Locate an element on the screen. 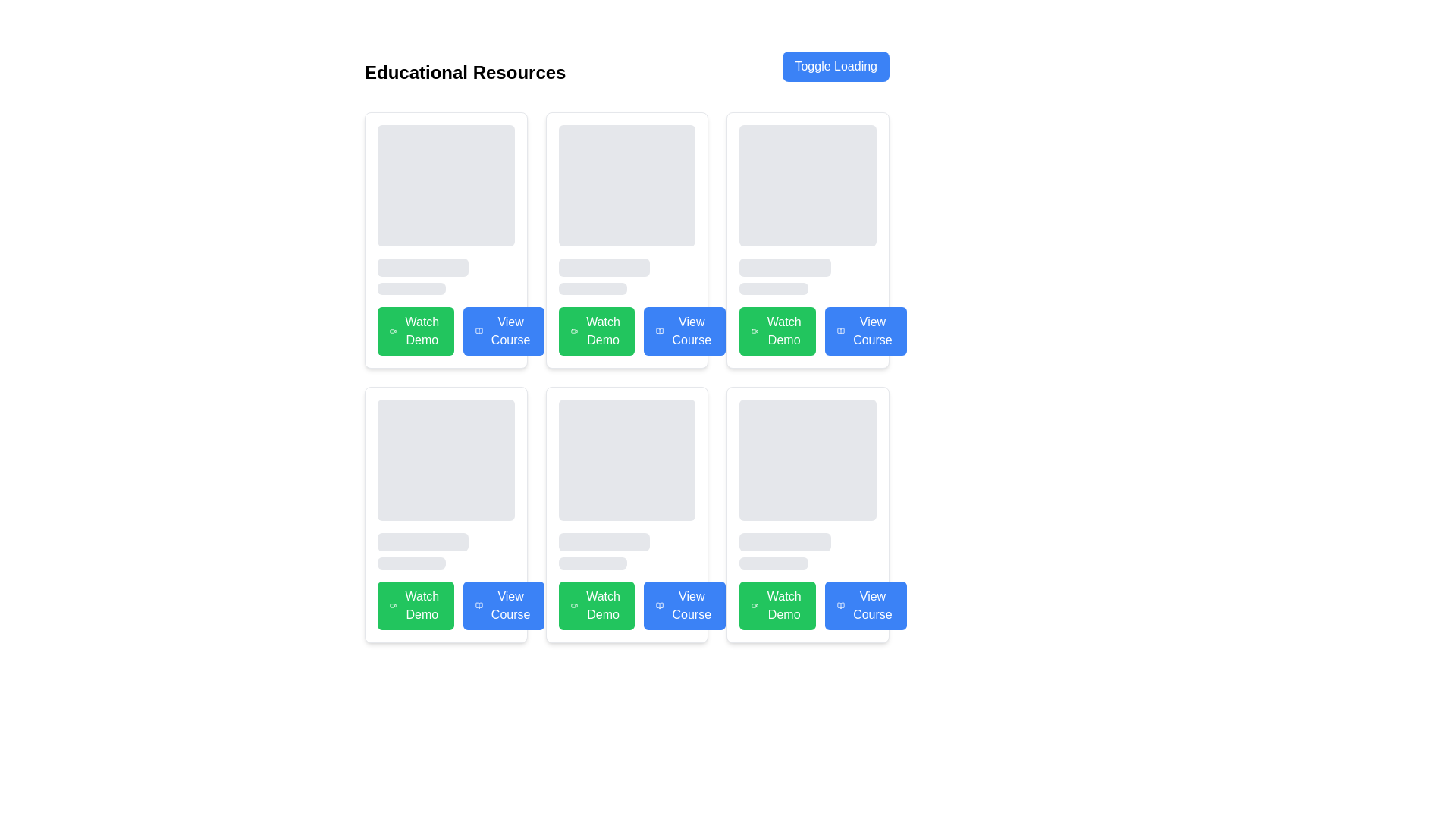  the small book icon inside the blue 'View Course' button located on the right-hand side of the second course card in the grid of educational resources is located at coordinates (660, 330).